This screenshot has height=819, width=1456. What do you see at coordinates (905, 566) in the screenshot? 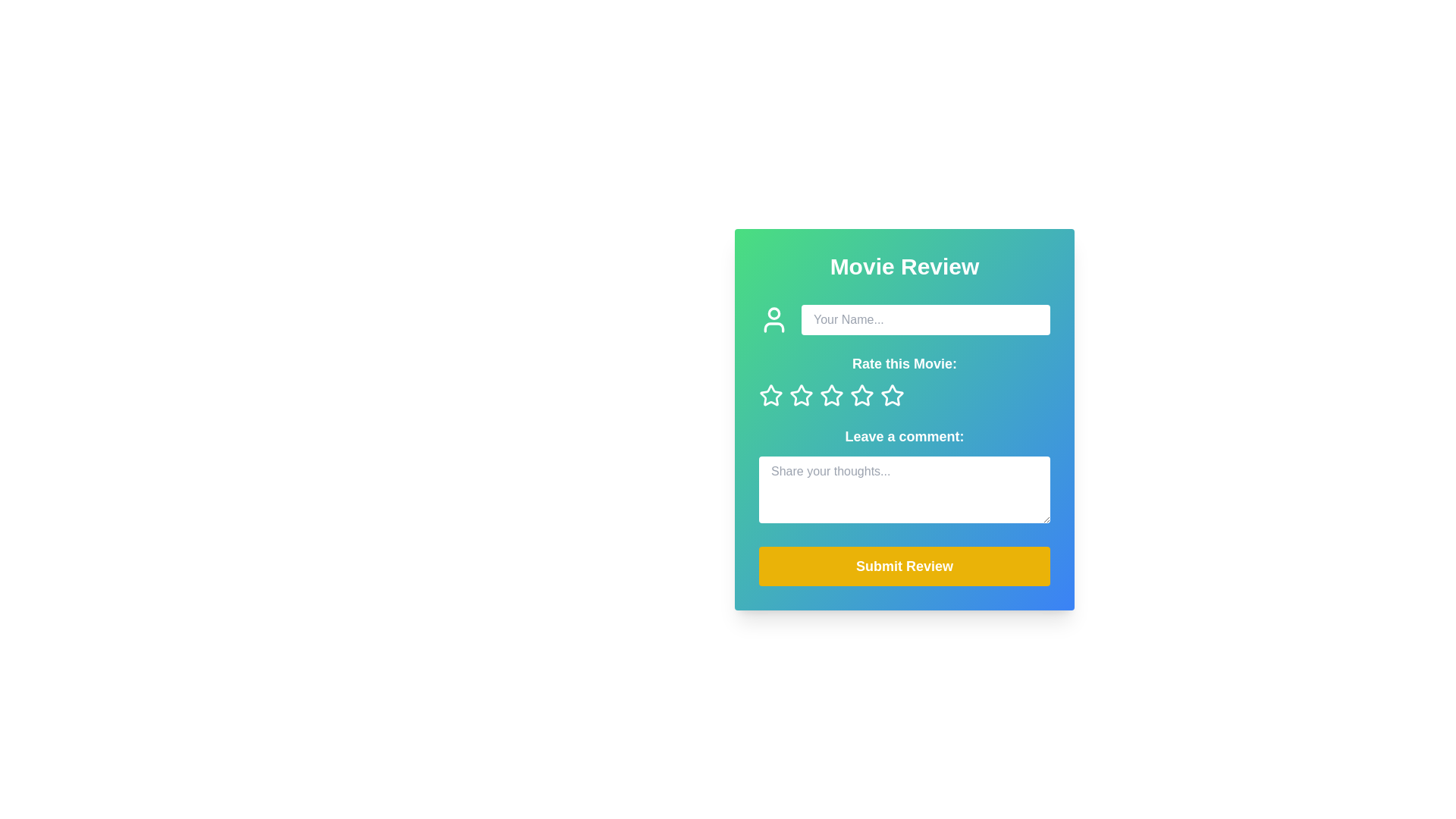
I see `the submit button located at the bottom section of the review card interface` at bounding box center [905, 566].